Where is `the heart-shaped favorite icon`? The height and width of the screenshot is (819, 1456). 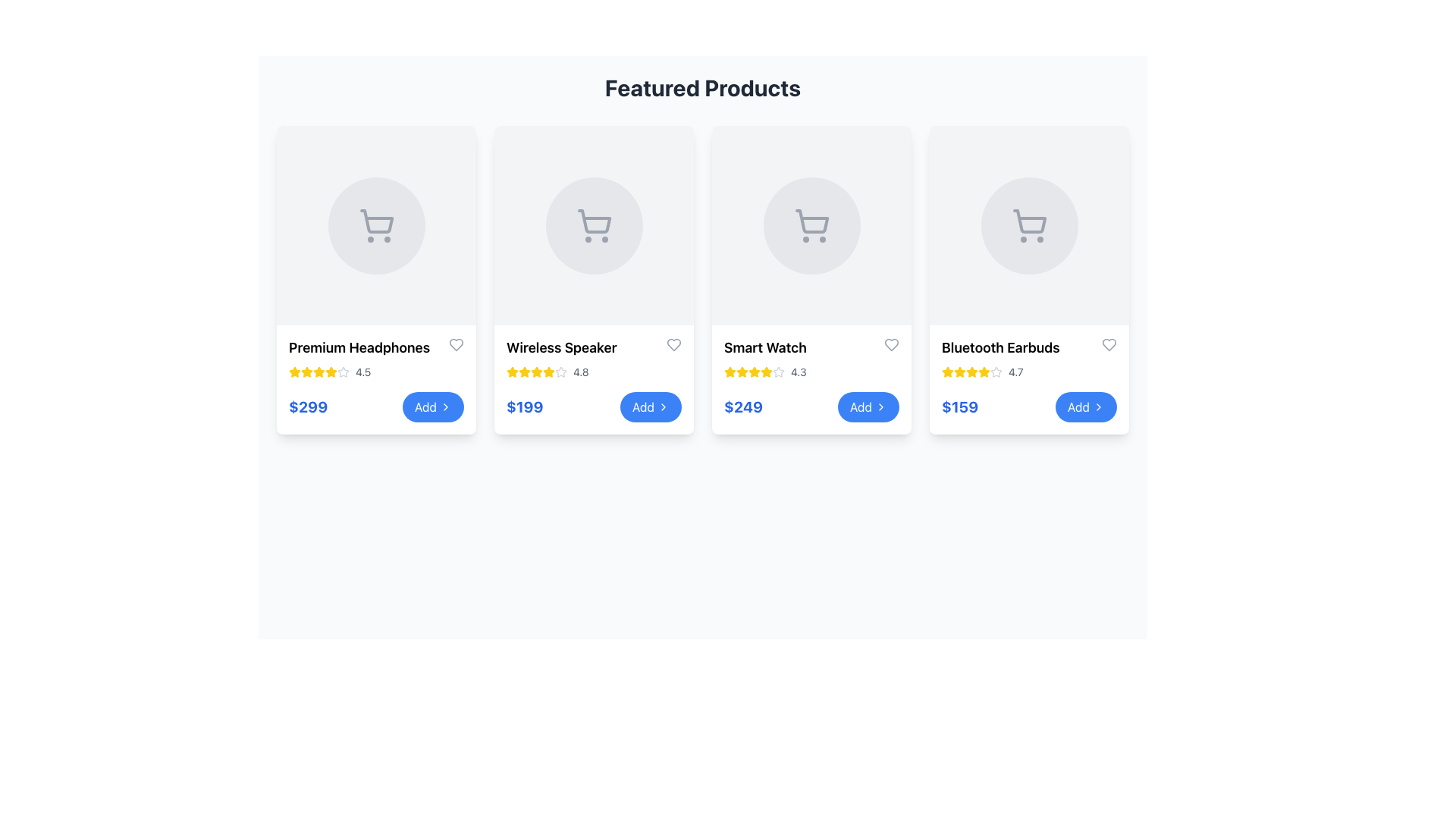 the heart-shaped favorite icon is located at coordinates (1109, 345).